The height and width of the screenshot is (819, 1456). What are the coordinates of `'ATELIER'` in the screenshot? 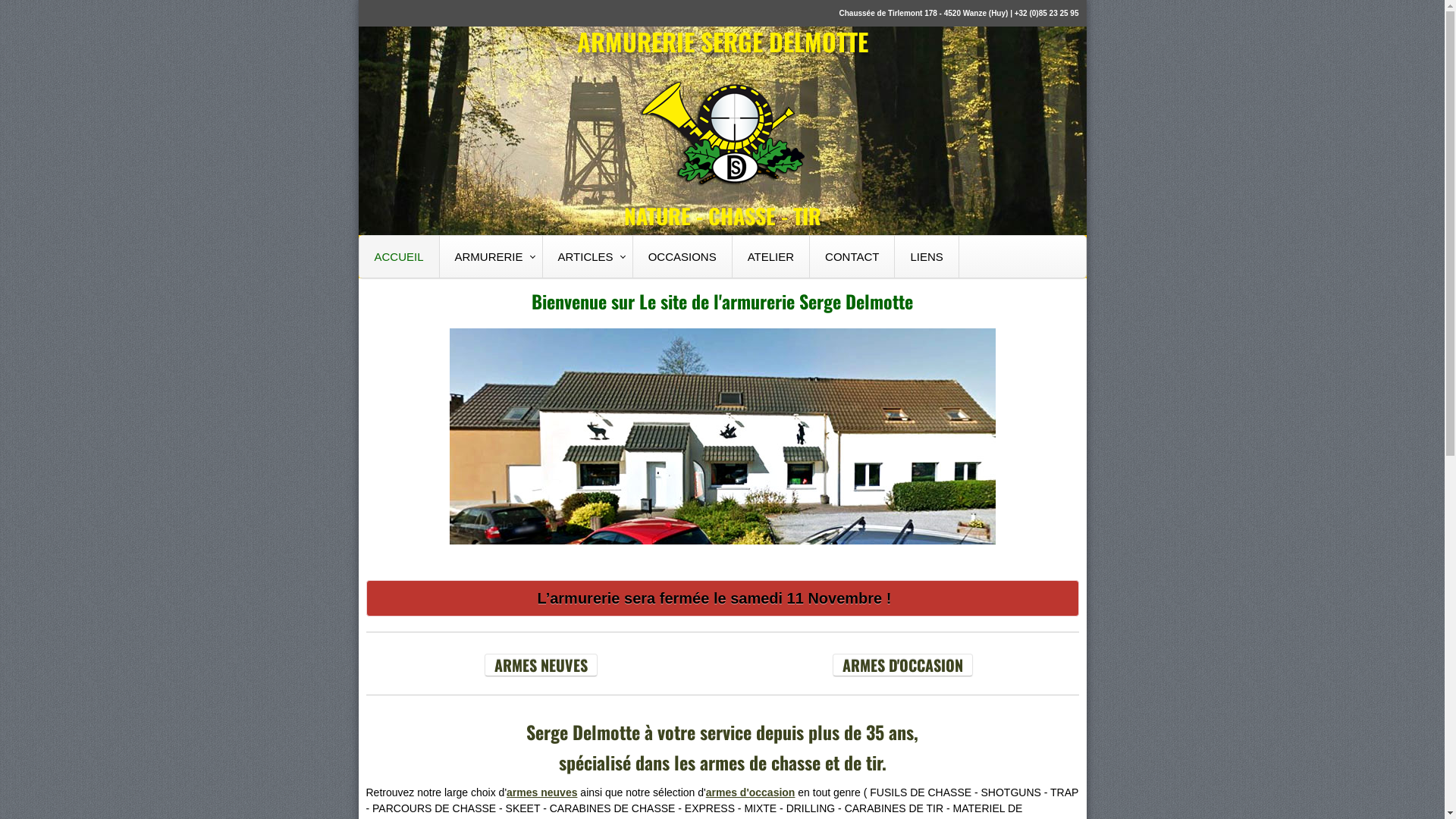 It's located at (771, 256).